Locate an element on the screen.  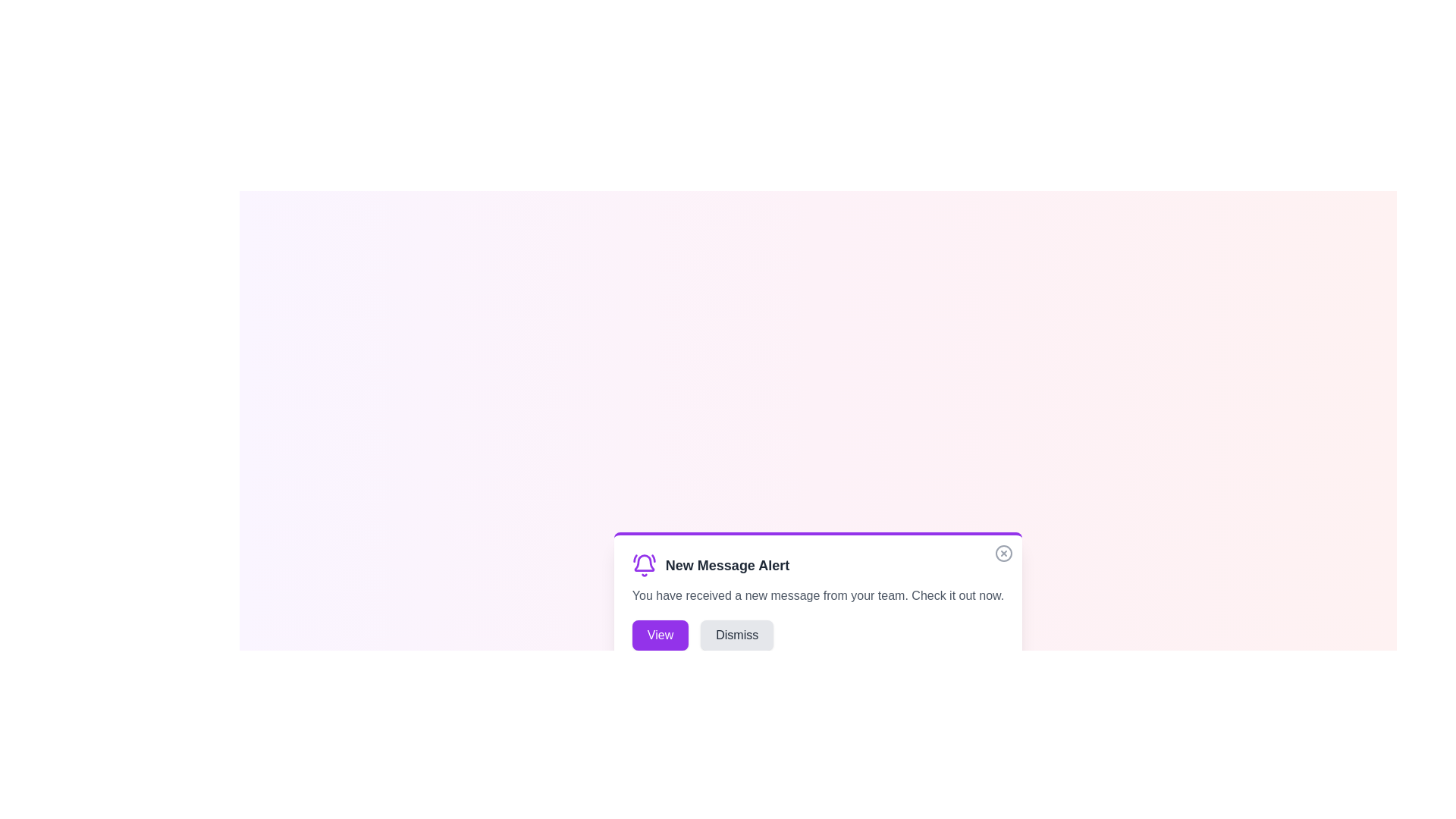
'View' button to view the message details is located at coordinates (660, 635).